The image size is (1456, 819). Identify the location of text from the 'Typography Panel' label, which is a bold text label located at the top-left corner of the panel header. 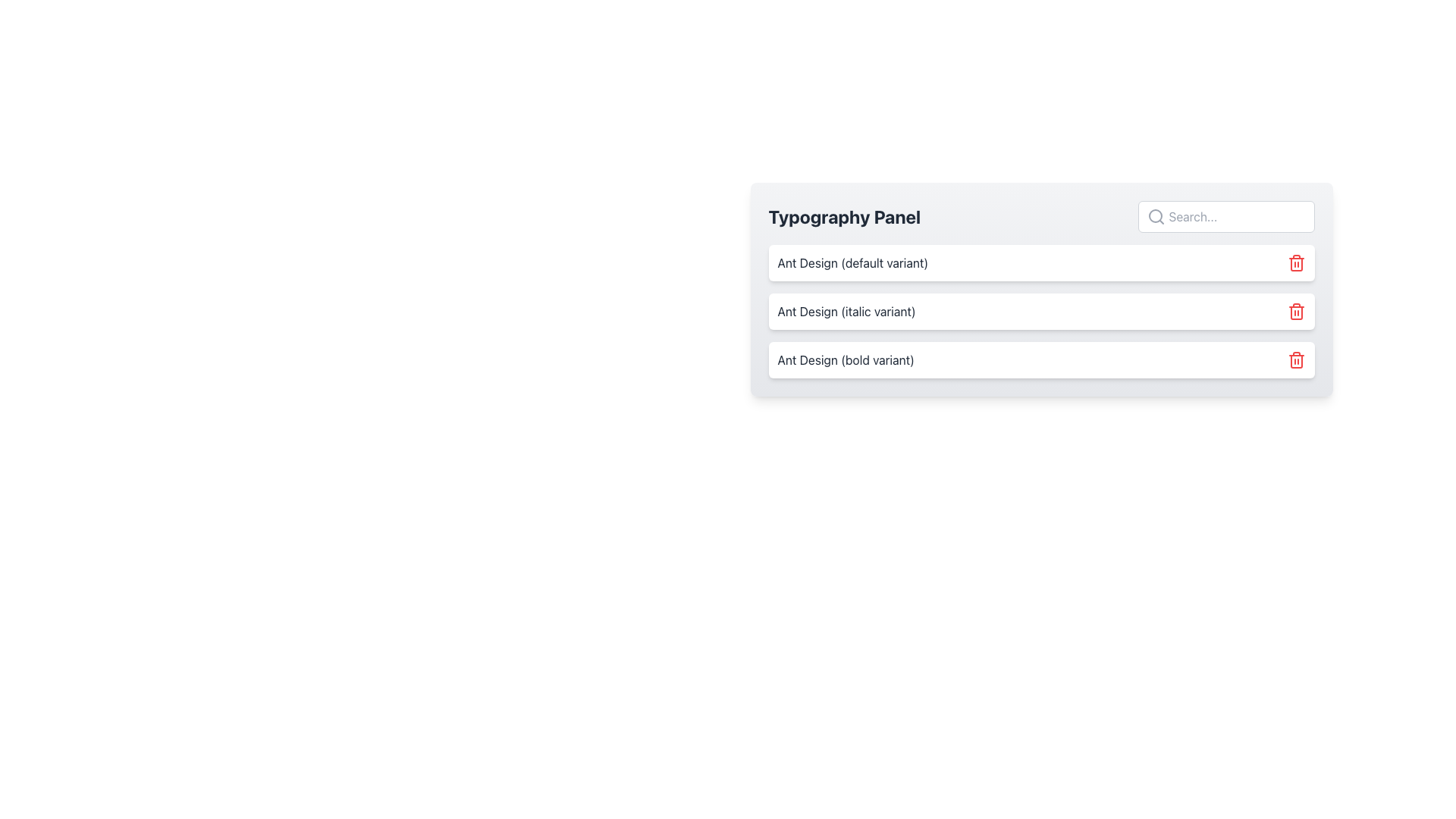
(843, 216).